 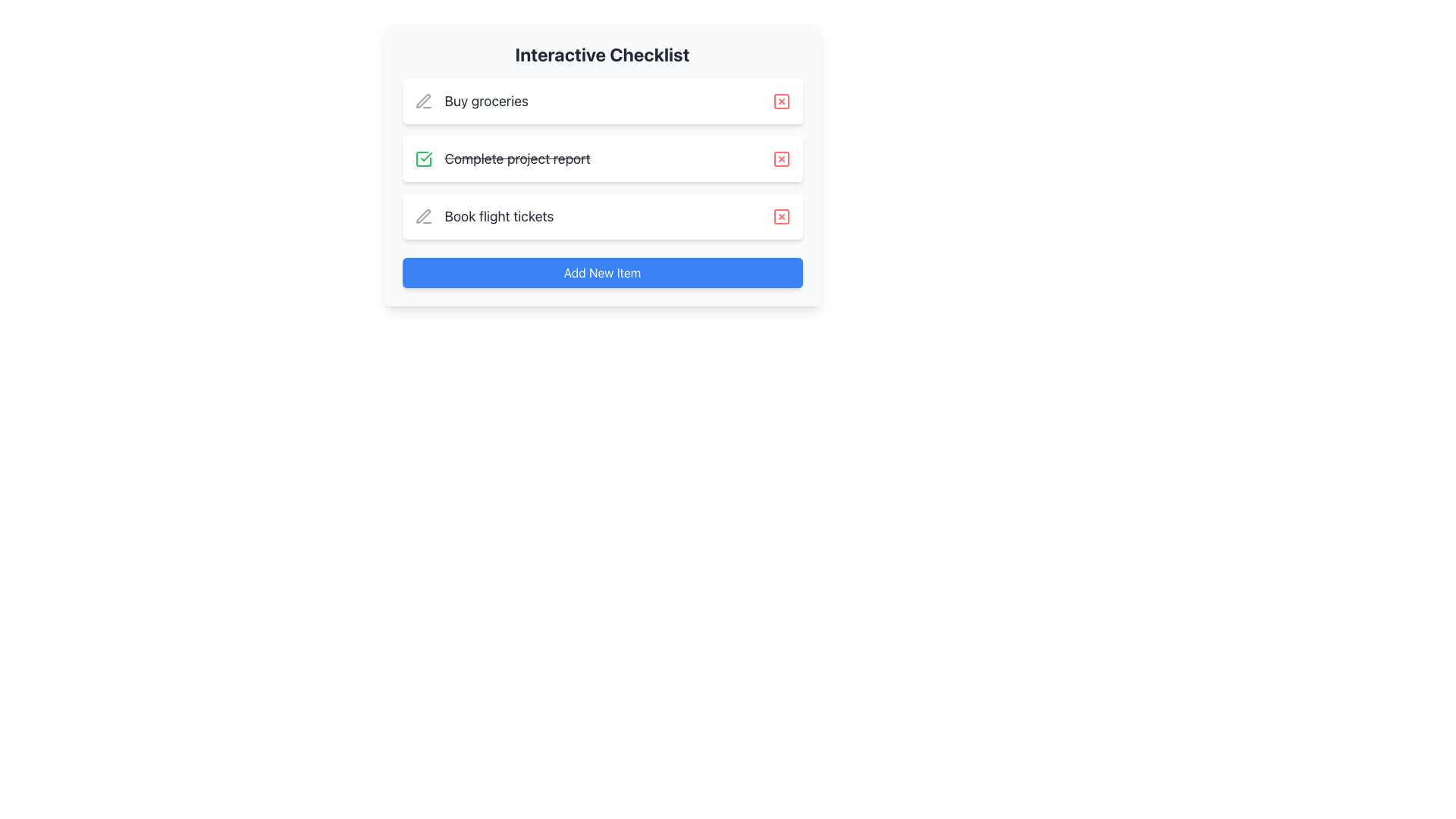 I want to click on the completed task entry labeled 'Complete project report', so click(x=601, y=158).